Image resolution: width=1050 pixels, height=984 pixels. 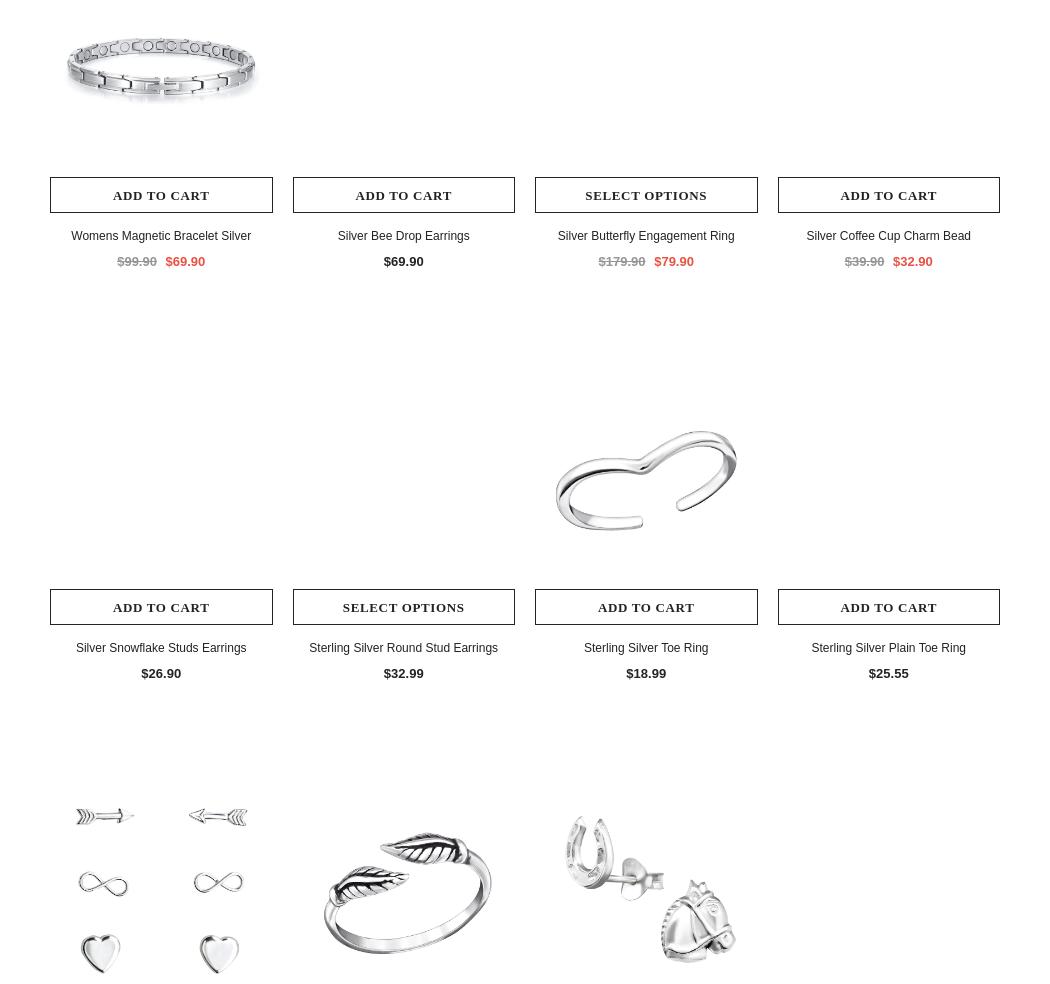 I want to click on 'Sterling Silver Toe Ring', so click(x=644, y=647).